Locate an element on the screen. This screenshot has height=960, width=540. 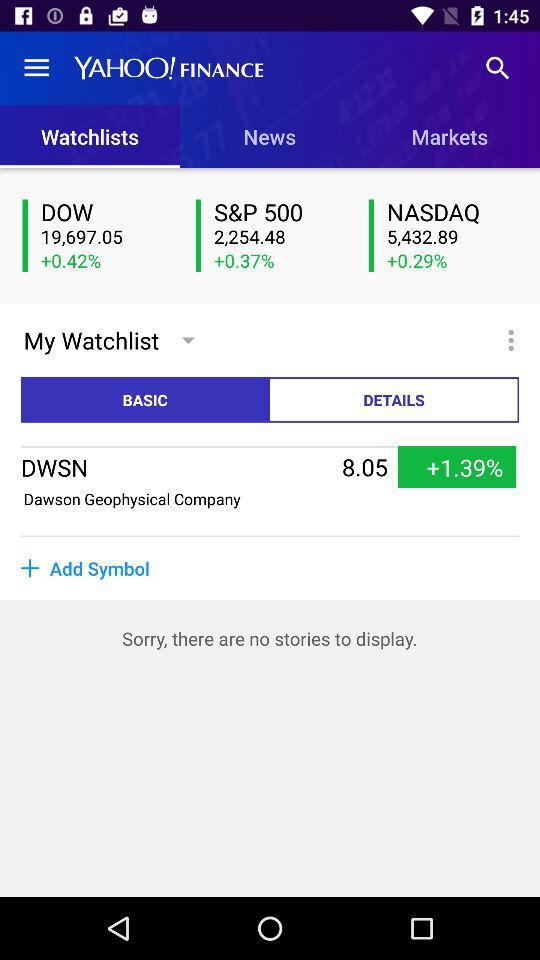
dawson geophysical company item is located at coordinates (132, 497).